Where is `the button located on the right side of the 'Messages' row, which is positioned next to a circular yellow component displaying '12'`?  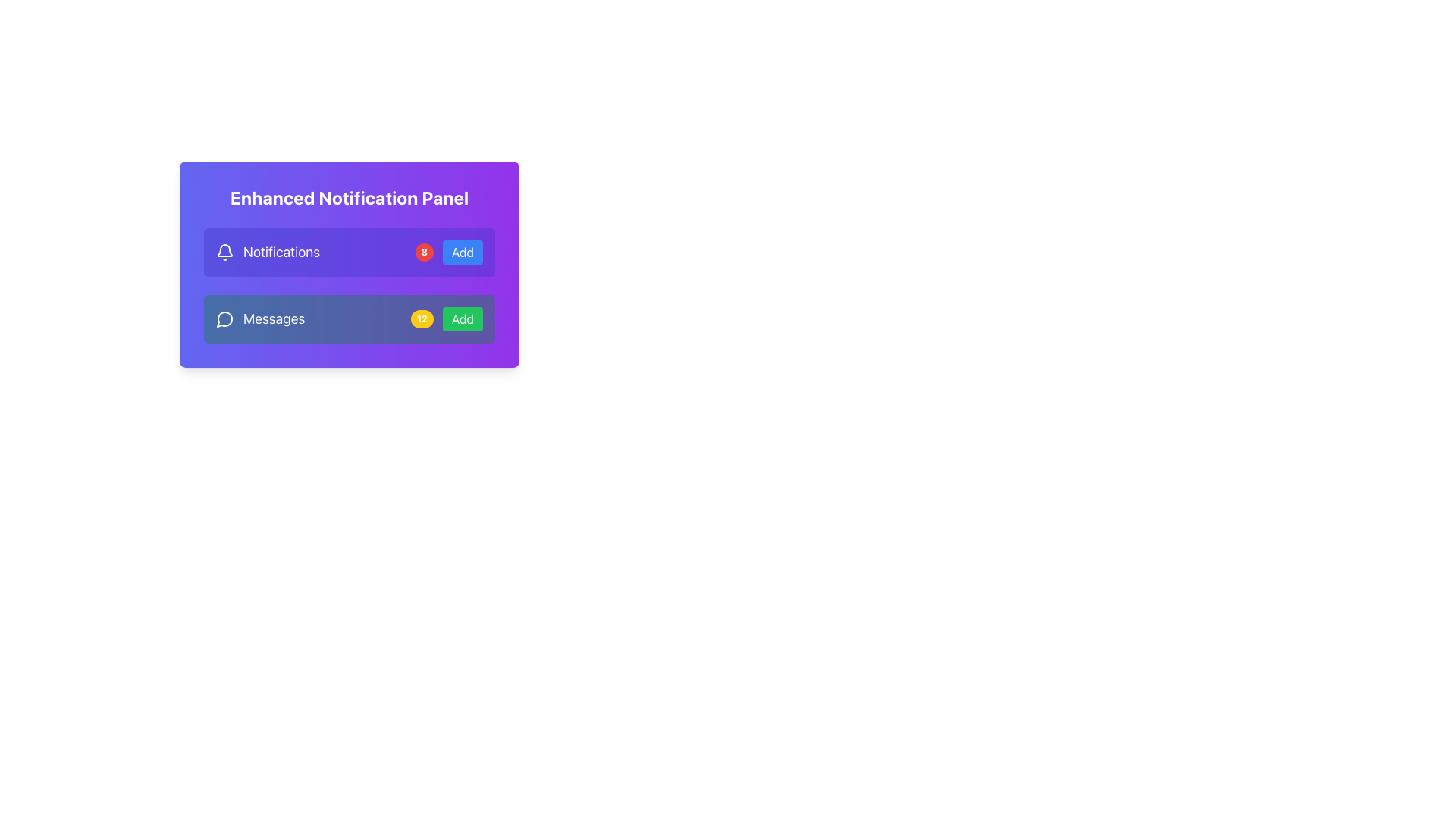
the button located on the right side of the 'Messages' row, which is positioned next to a circular yellow component displaying '12' is located at coordinates (462, 318).